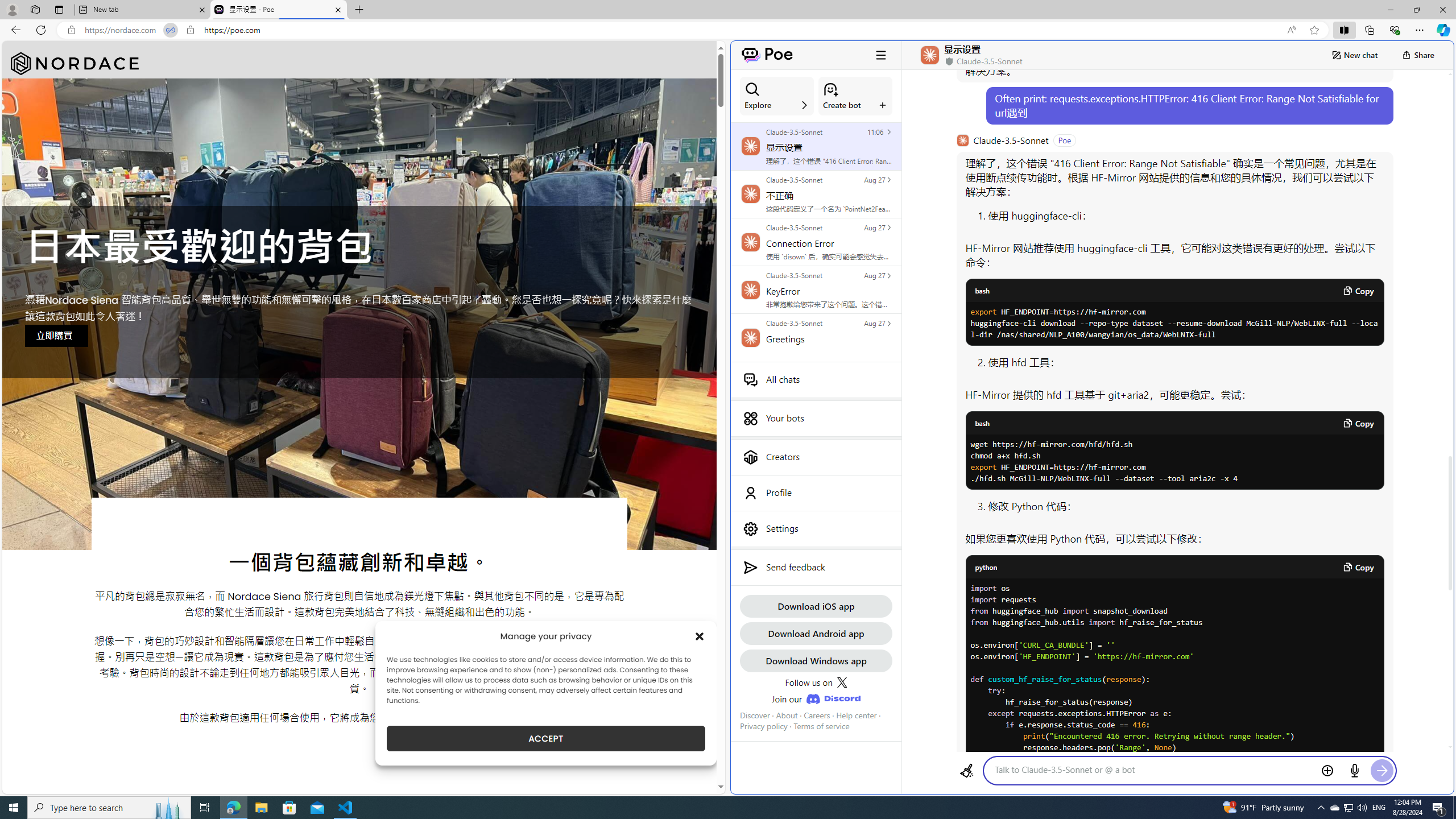  Describe the element at coordinates (833, 699) in the screenshot. I see `'Class: JoinDiscordLink_discordIcon__Xw13A'` at that location.